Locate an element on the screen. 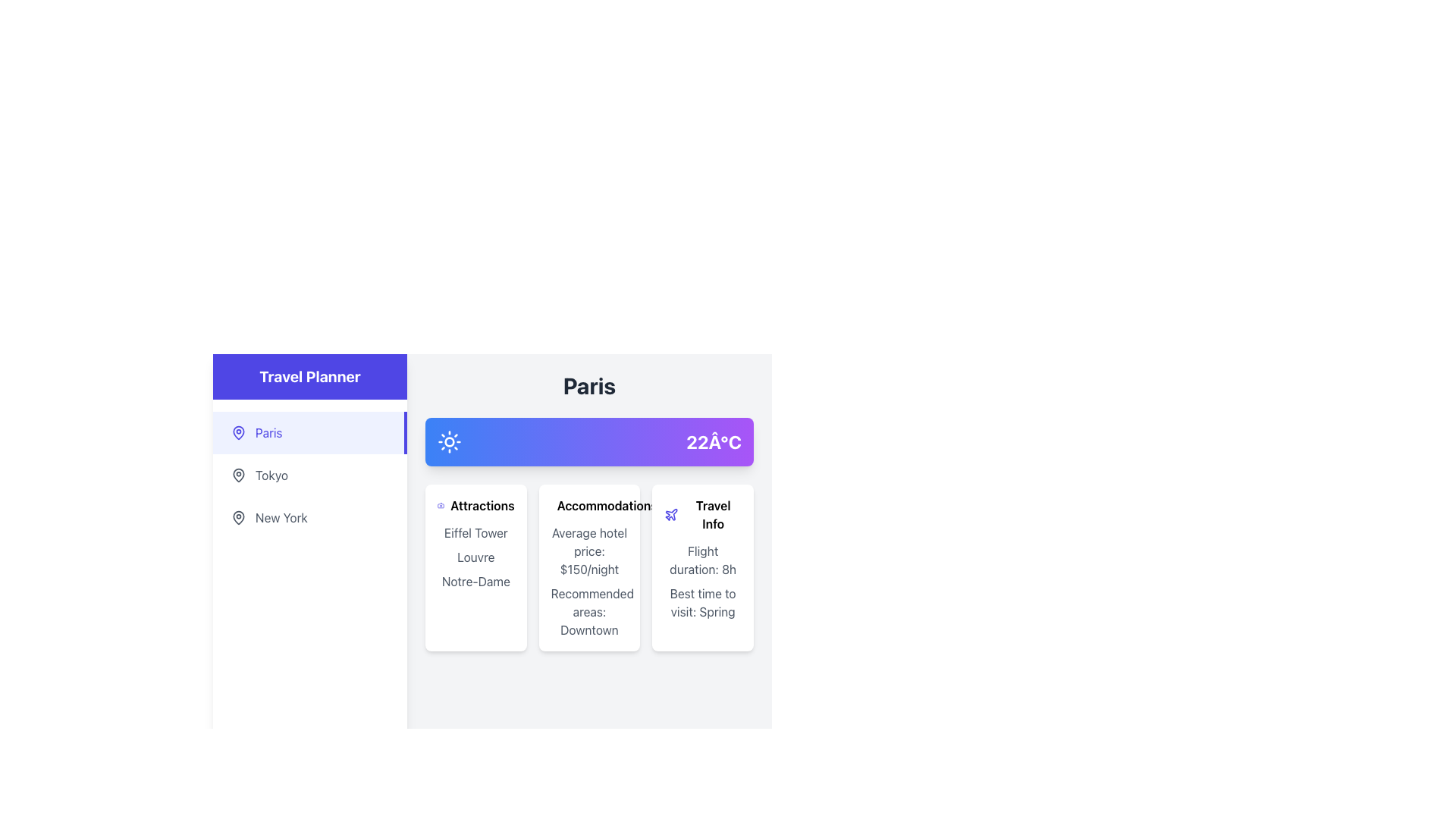  the Text Display element that shows 'Average hotel price:' and '$150/night' within the 'Accommodation' card is located at coordinates (588, 551).